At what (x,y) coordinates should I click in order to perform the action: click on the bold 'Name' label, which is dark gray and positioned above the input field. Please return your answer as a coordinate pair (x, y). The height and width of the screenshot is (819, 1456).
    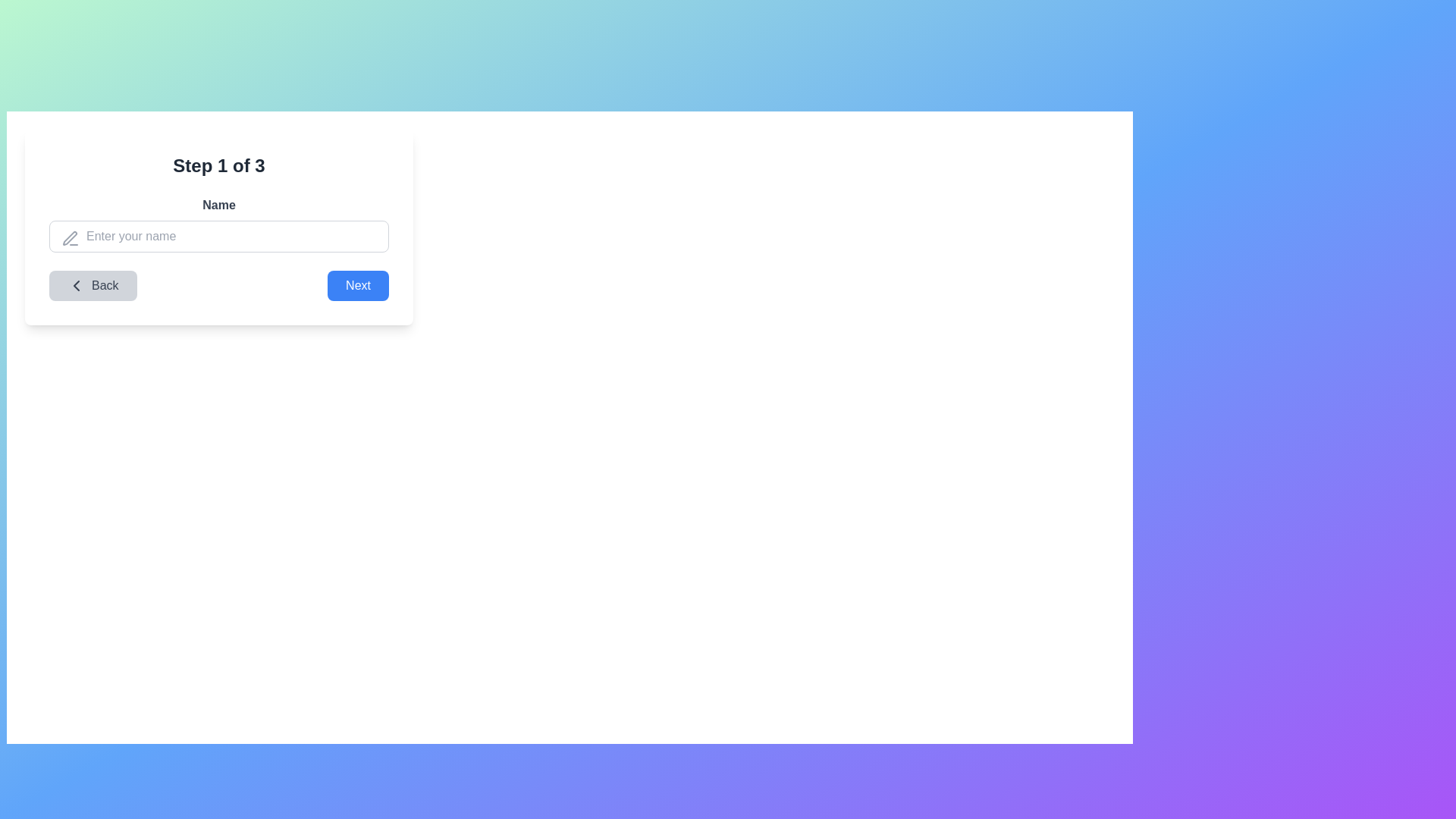
    Looking at the image, I should click on (218, 205).